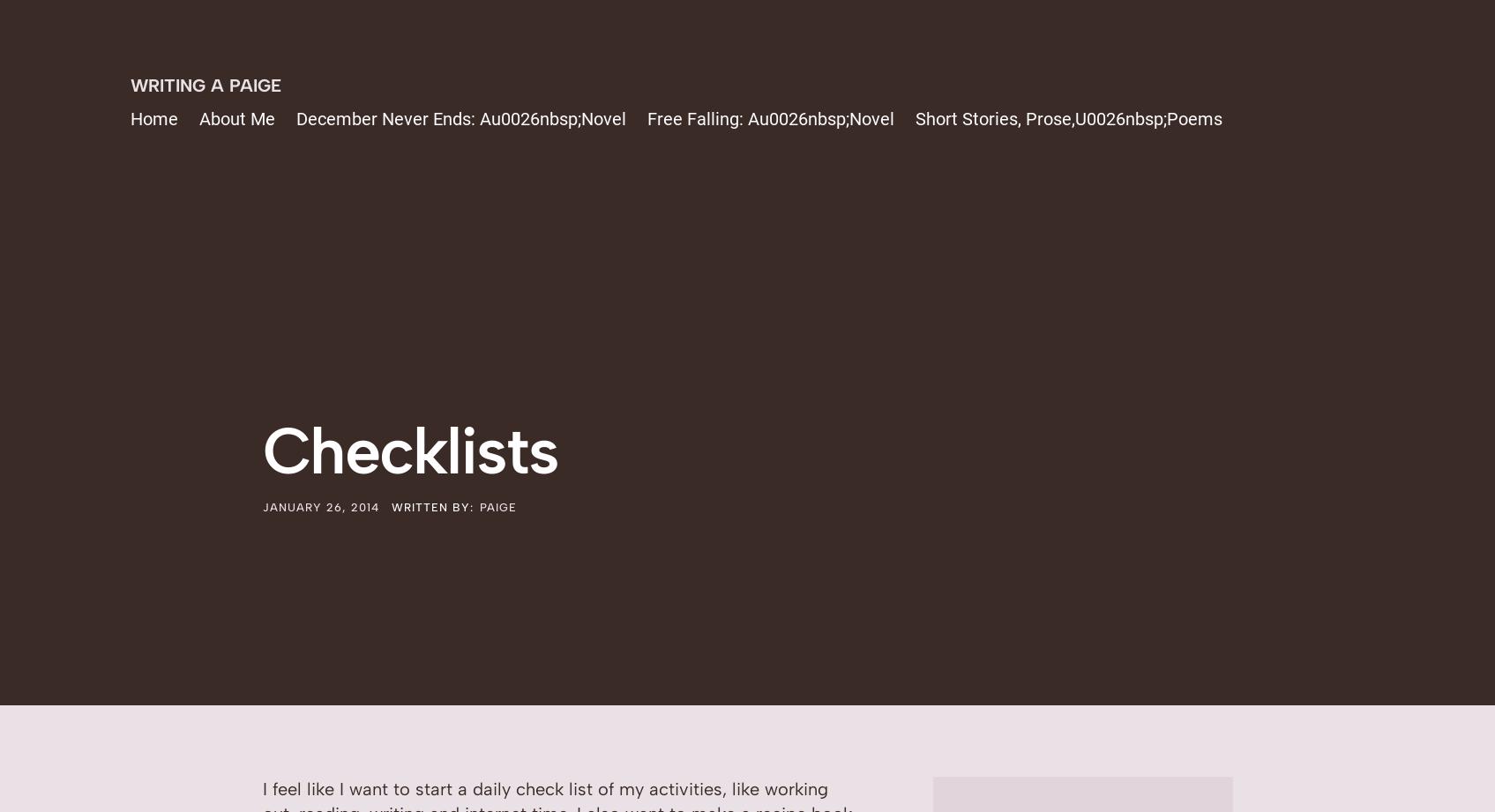 Image resolution: width=1495 pixels, height=812 pixels. I want to click on 'Checklists', so click(408, 449).